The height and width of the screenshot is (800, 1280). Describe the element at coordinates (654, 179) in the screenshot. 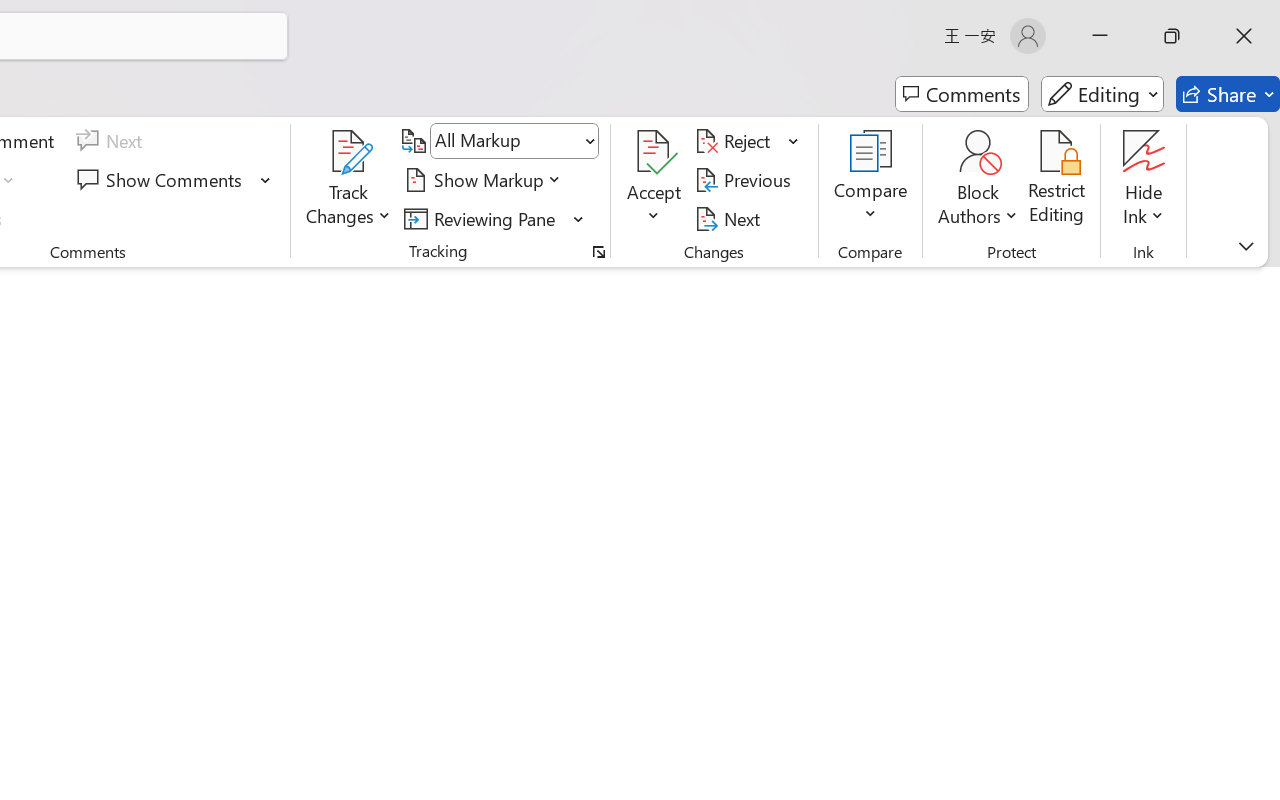

I see `'Accept'` at that location.